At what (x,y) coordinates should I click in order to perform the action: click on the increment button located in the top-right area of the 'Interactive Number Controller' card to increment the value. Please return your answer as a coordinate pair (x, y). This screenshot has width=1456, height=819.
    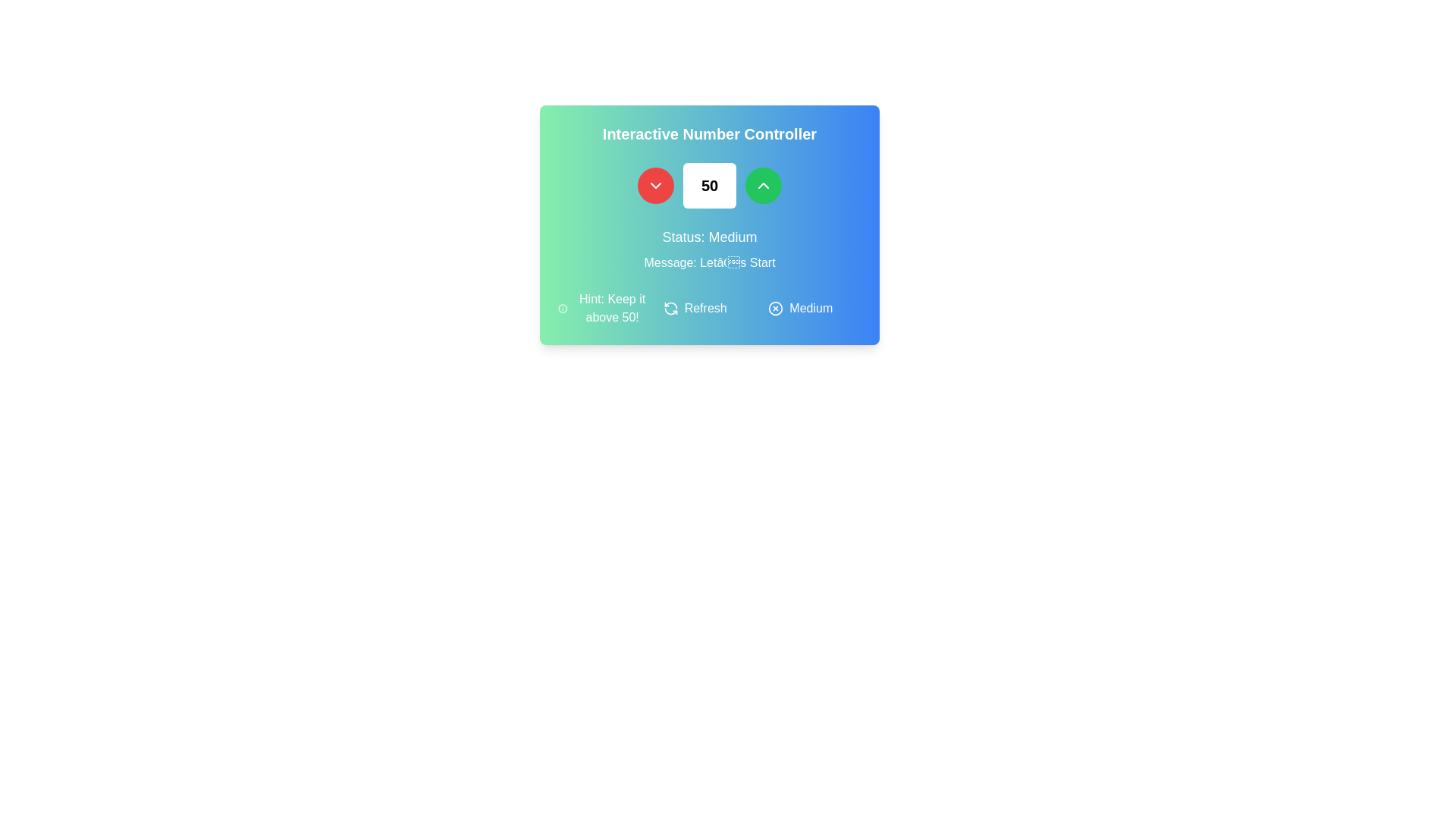
    Looking at the image, I should click on (764, 185).